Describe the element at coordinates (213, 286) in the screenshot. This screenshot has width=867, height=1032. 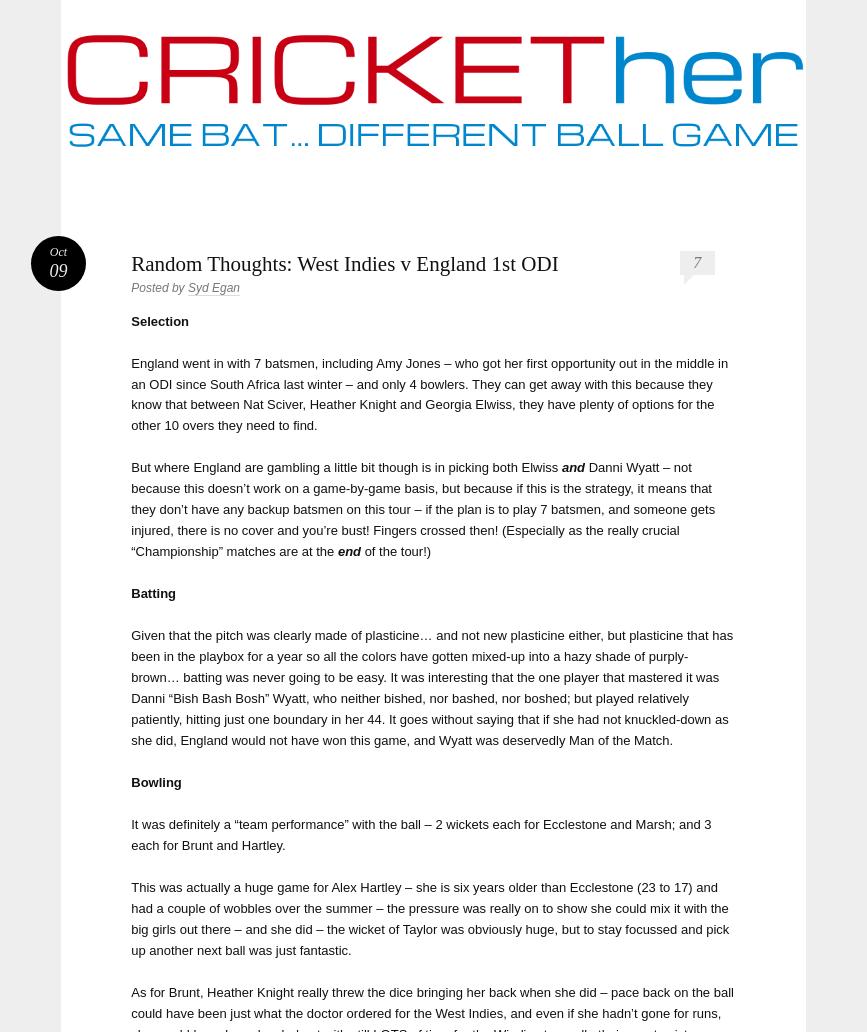
I see `'Syd Egan'` at that location.